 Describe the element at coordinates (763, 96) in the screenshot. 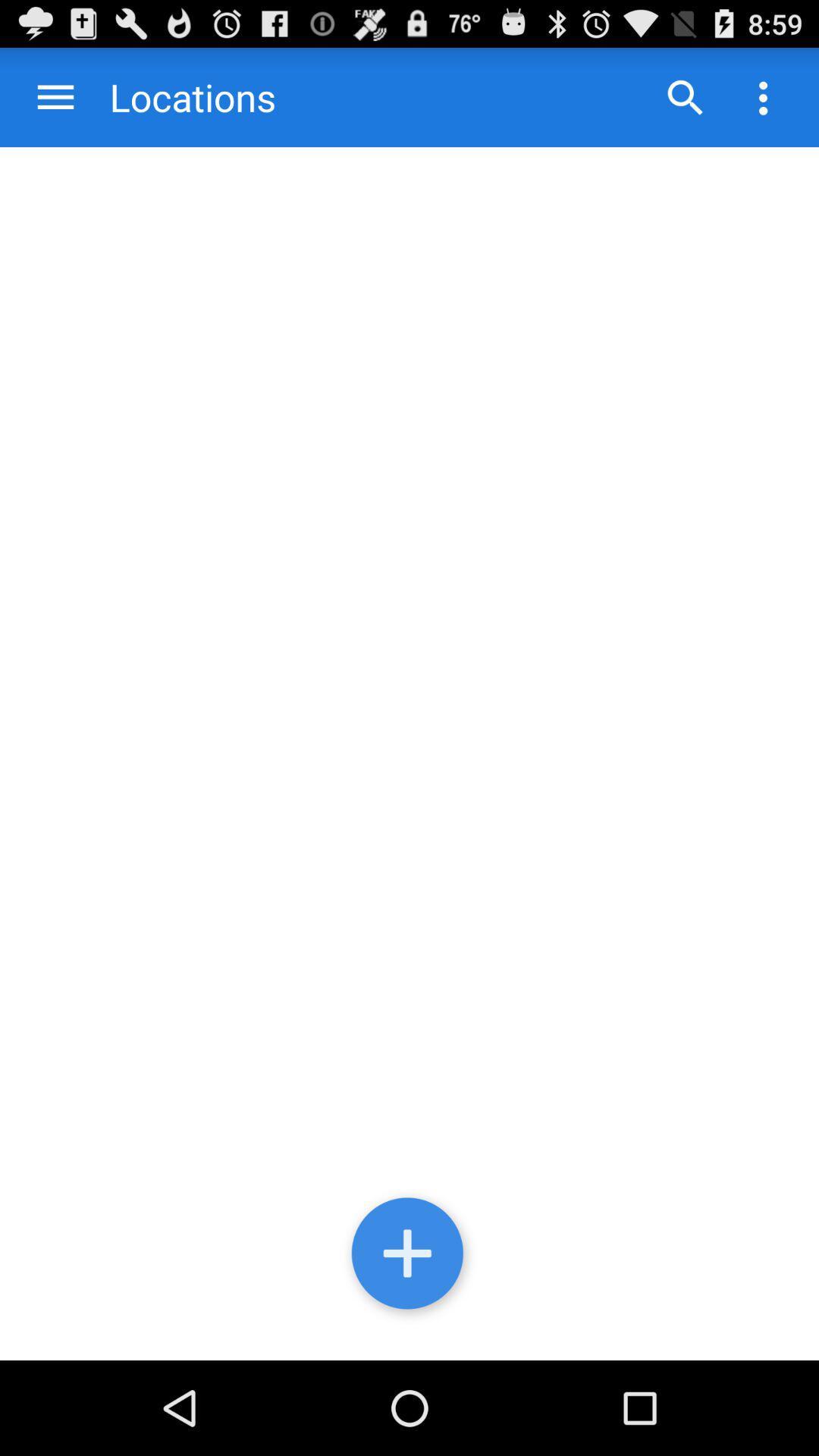

I see `application settings` at that location.